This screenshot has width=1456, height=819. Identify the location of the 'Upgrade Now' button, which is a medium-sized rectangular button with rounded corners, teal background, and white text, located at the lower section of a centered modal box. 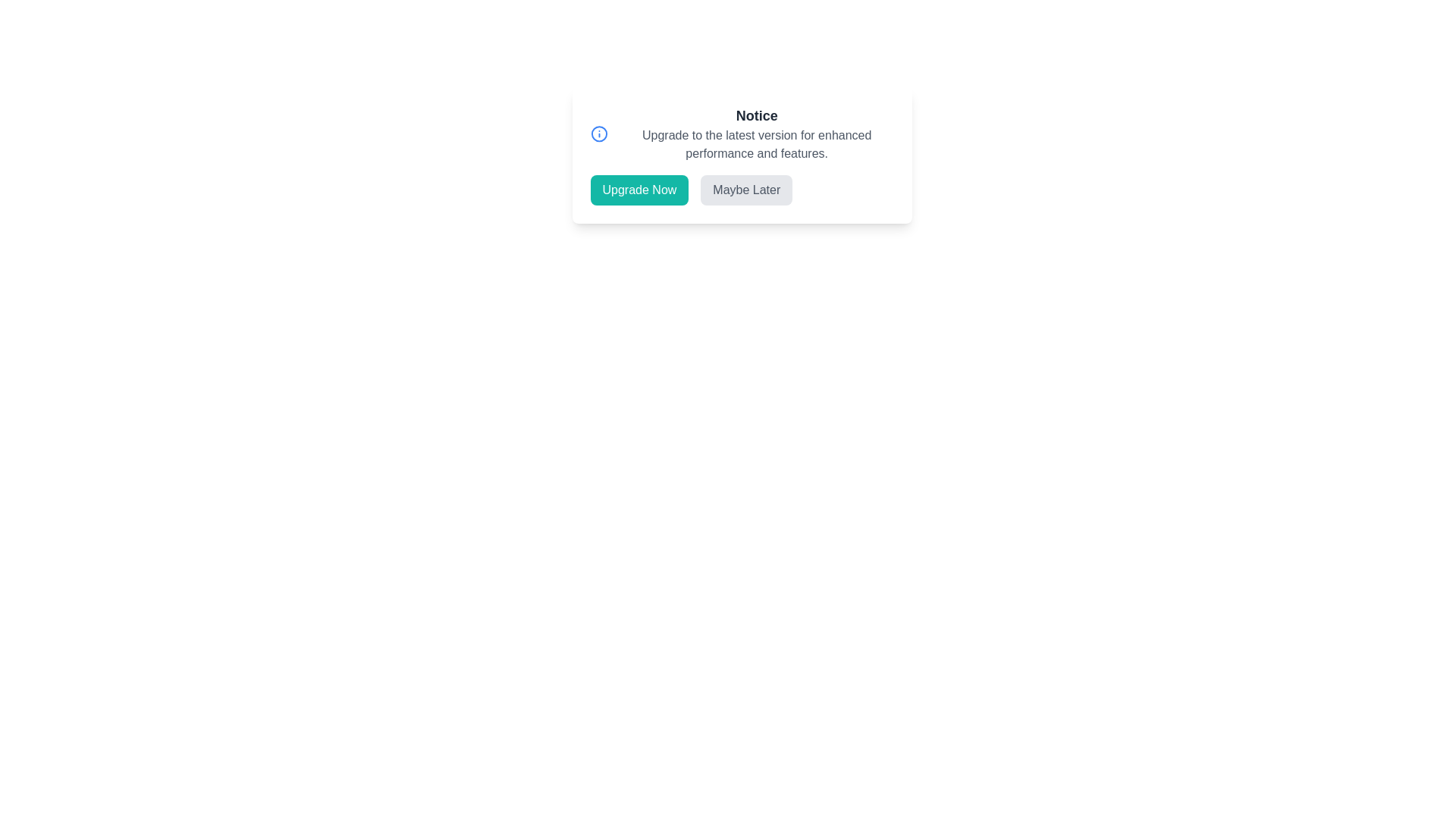
(639, 189).